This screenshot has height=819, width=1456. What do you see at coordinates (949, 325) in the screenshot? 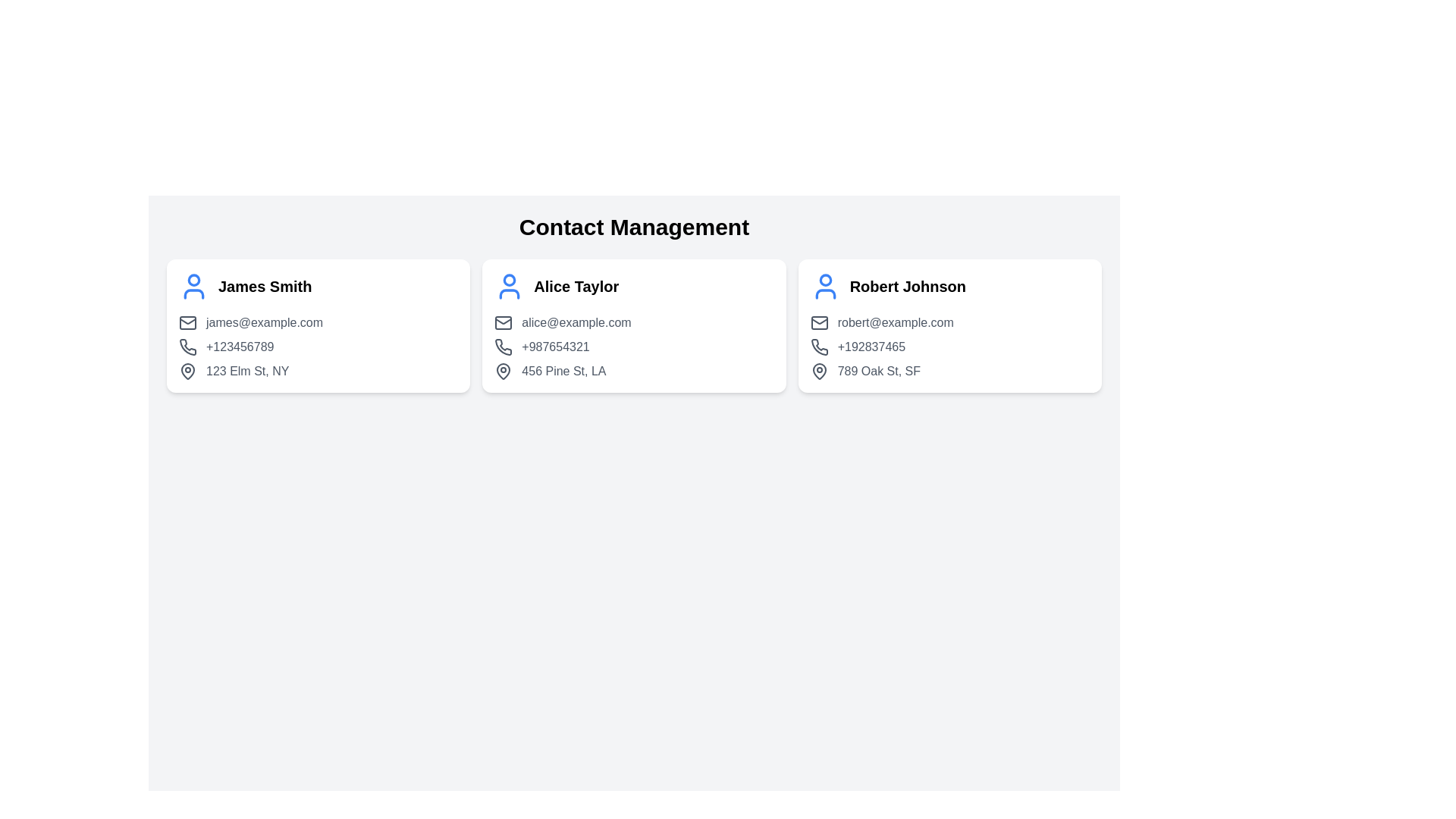
I see `contact information details displayed on the Information card for 'Robert Johnson', located in the third column of the Contact Management section` at bounding box center [949, 325].